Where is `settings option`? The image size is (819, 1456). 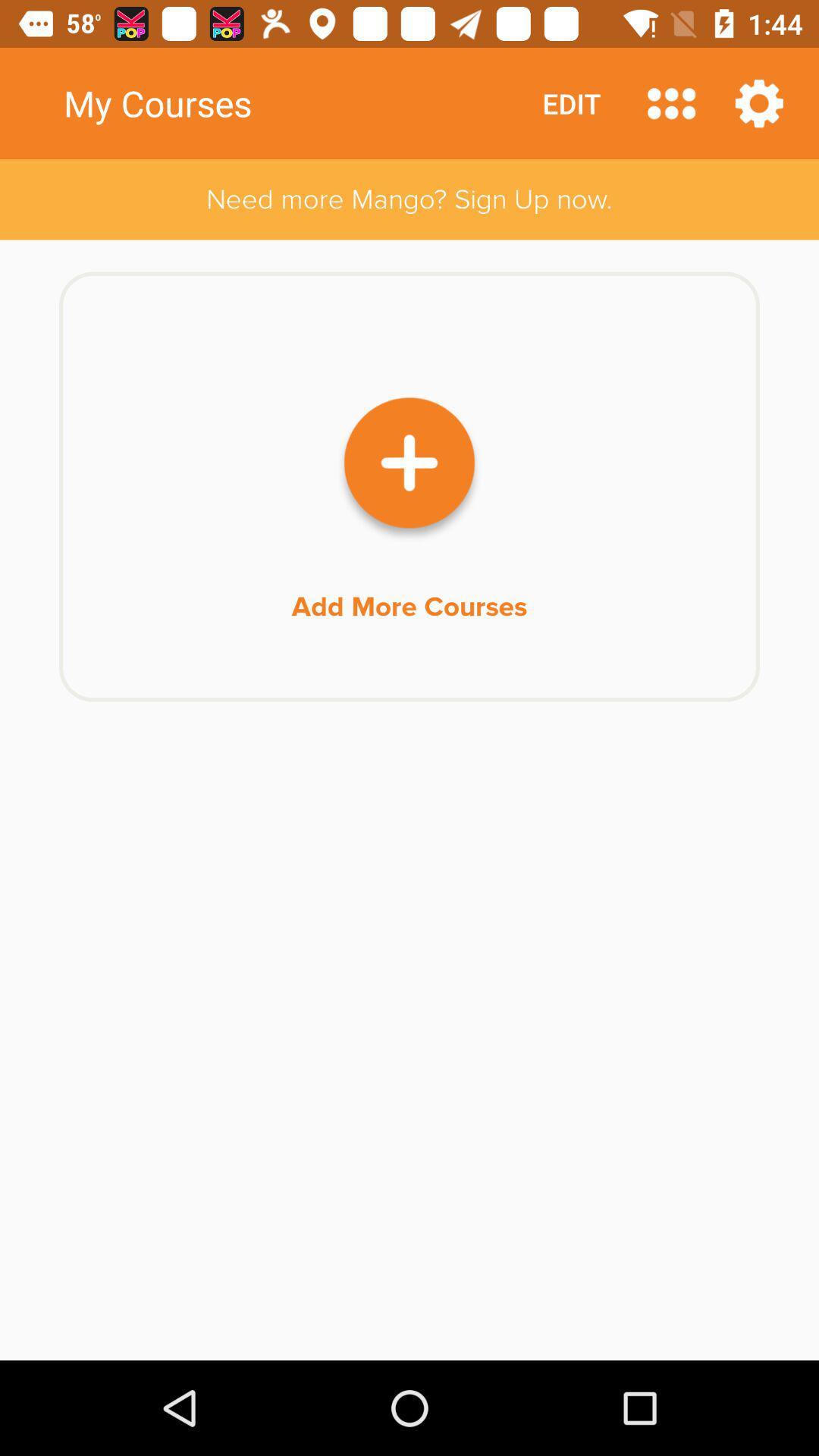 settings option is located at coordinates (759, 102).